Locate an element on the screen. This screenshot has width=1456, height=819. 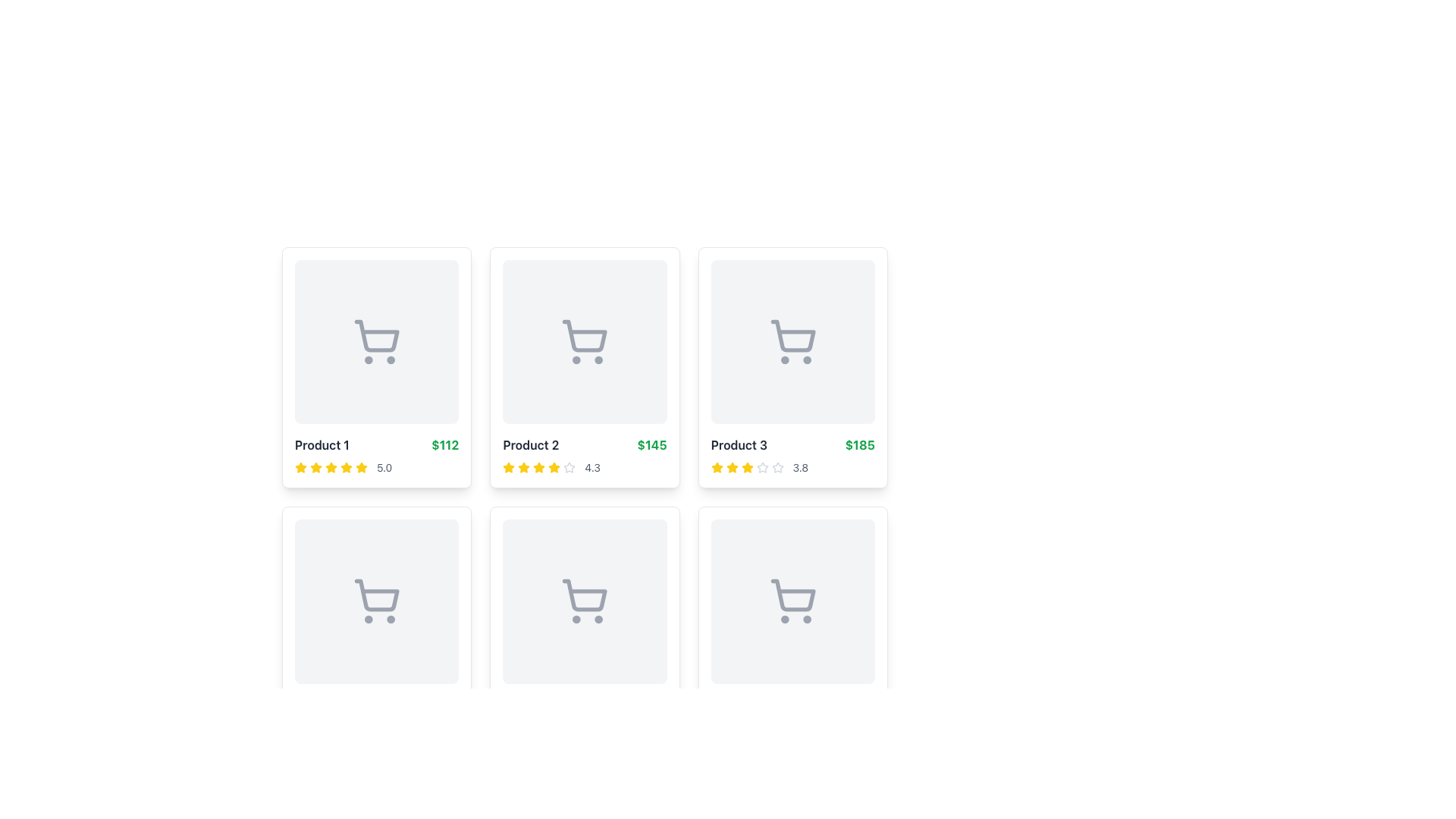
the third star icon representing the rating for 'Product 1', which is indicated by its yellow color for an active state is located at coordinates (315, 467).